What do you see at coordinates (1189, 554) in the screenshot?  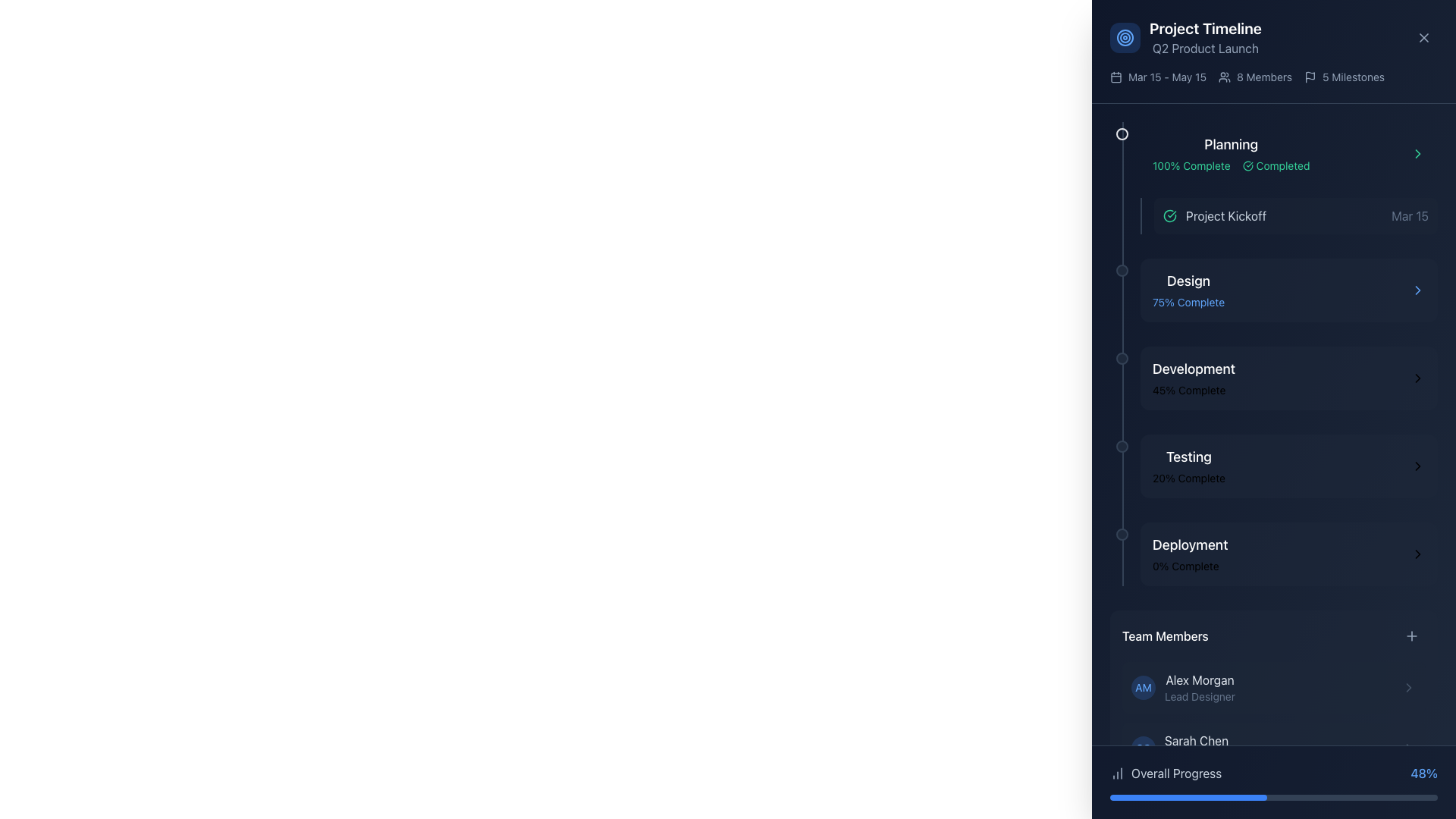 I see `the Text Label that indicates the progress of the 'Deployment' phase in the project timeline` at bounding box center [1189, 554].